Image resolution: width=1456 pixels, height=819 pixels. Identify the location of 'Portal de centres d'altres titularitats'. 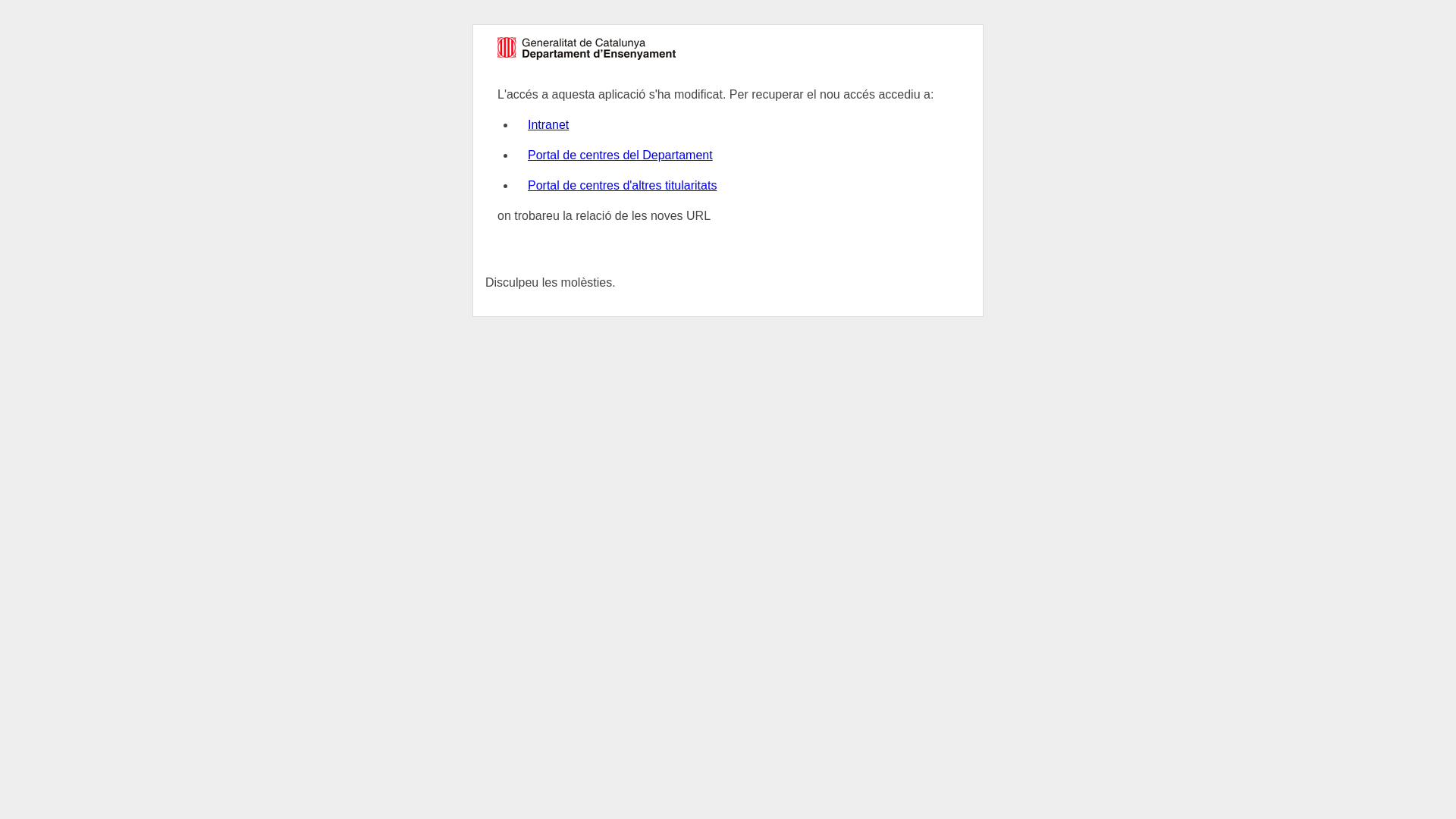
(622, 184).